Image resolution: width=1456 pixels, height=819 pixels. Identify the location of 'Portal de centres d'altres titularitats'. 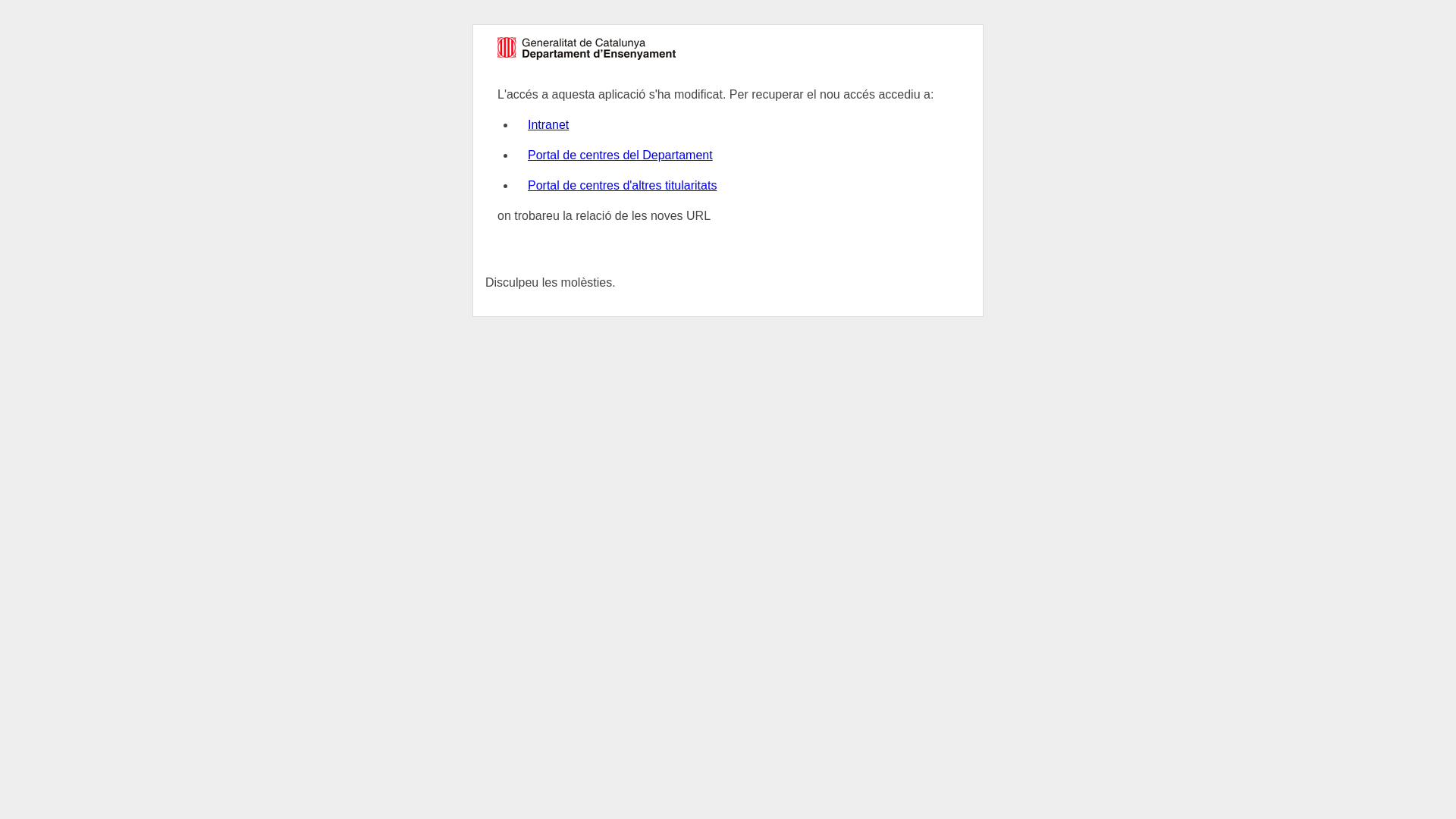
(622, 184).